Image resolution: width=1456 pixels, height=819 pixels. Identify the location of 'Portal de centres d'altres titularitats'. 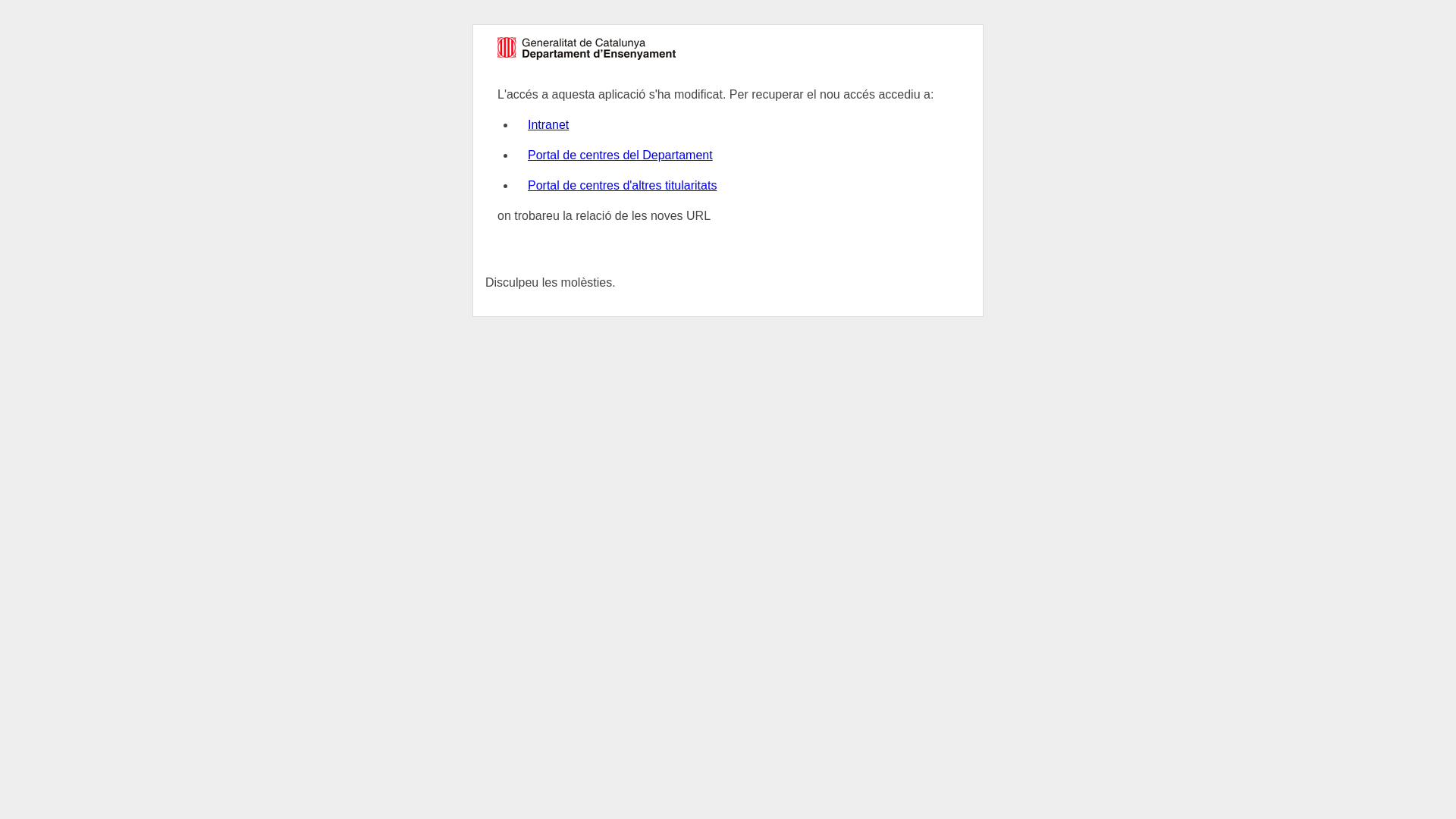
(622, 184).